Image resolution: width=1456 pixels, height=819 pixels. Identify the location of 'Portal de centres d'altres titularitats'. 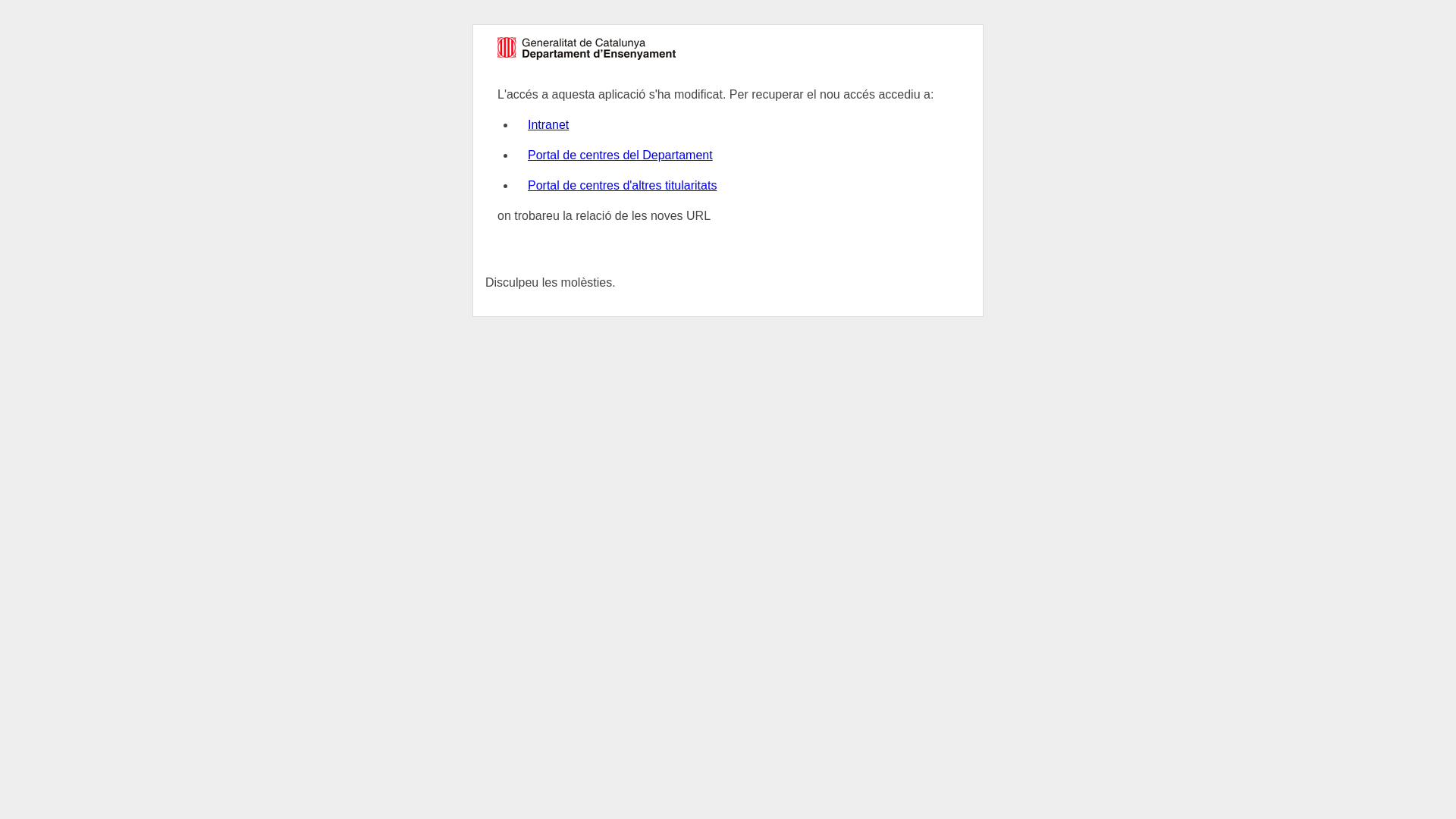
(622, 184).